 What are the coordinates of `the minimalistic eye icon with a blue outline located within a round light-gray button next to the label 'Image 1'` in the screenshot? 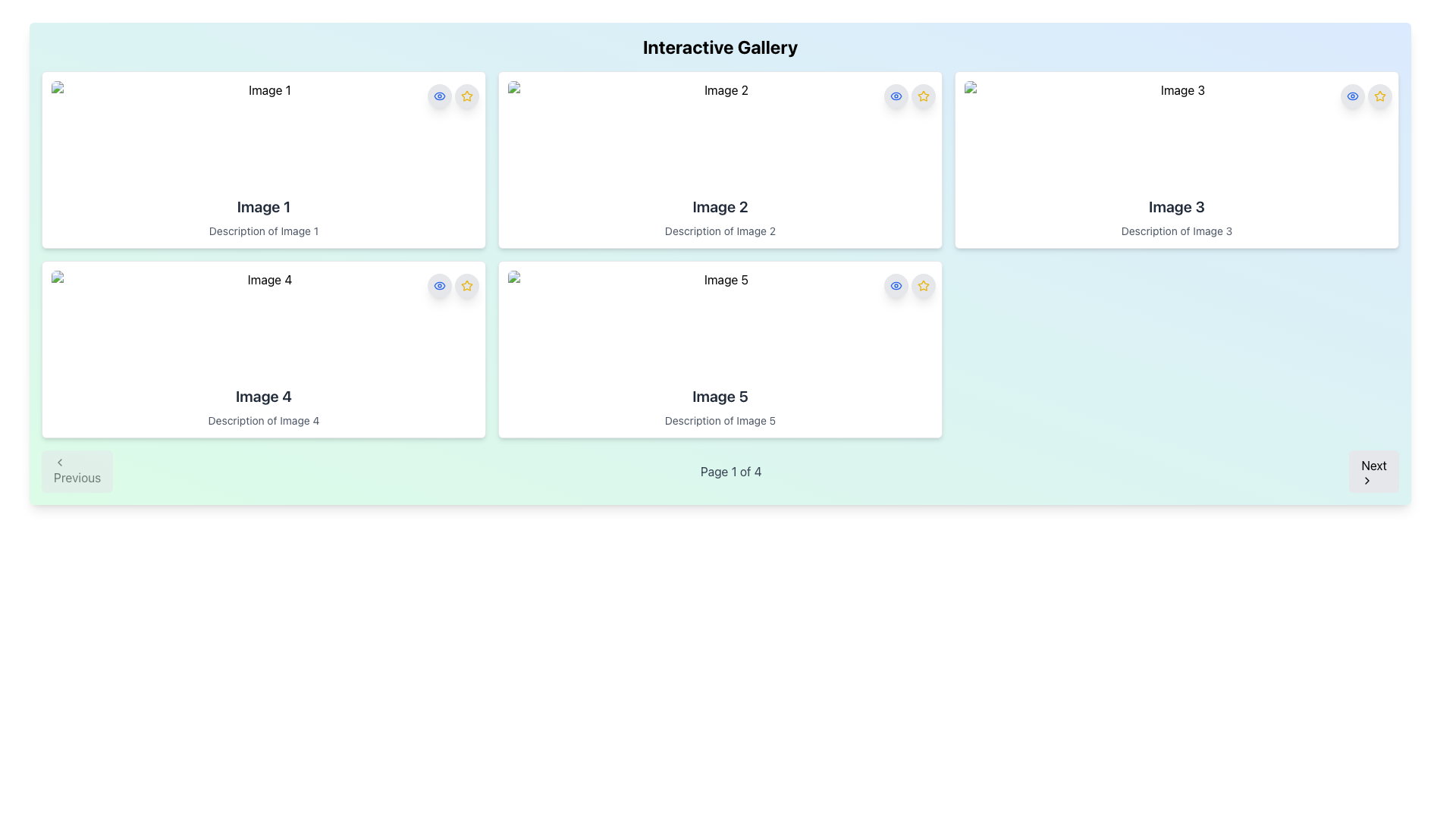 It's located at (439, 286).